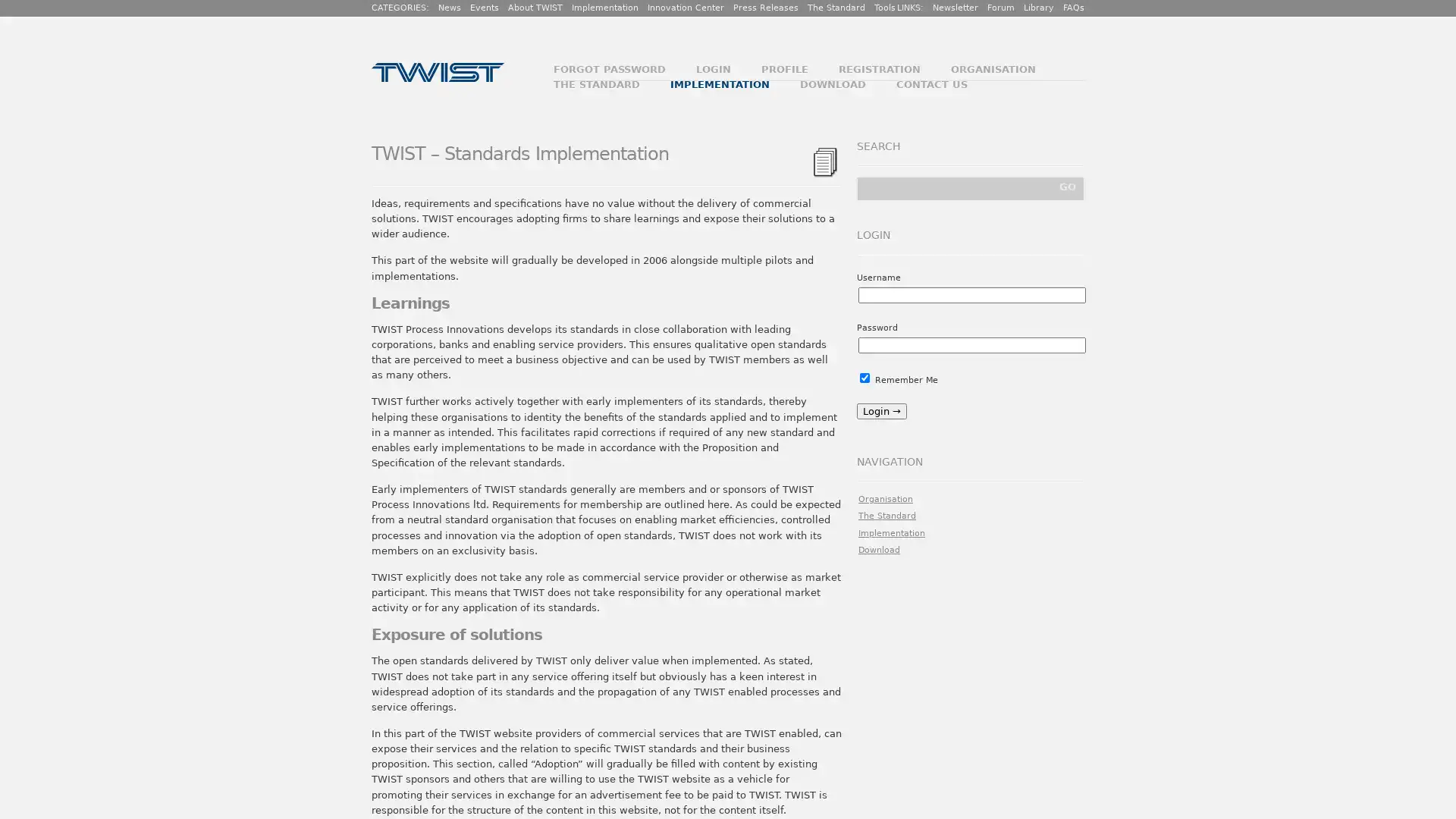 This screenshot has height=819, width=1456. Describe the element at coordinates (881, 411) in the screenshot. I see `Login` at that location.